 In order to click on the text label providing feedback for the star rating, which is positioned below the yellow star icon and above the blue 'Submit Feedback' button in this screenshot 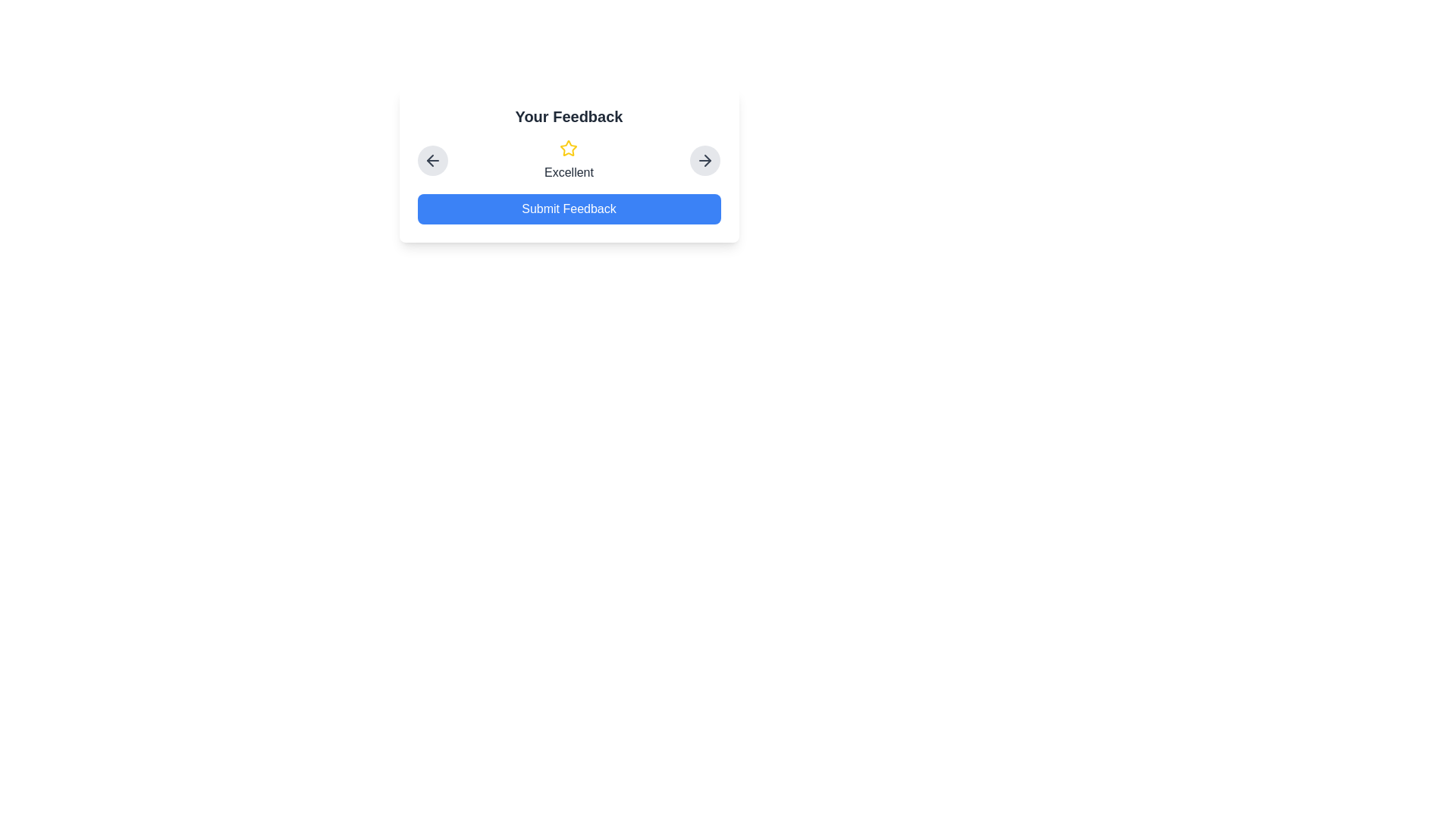, I will do `click(568, 171)`.